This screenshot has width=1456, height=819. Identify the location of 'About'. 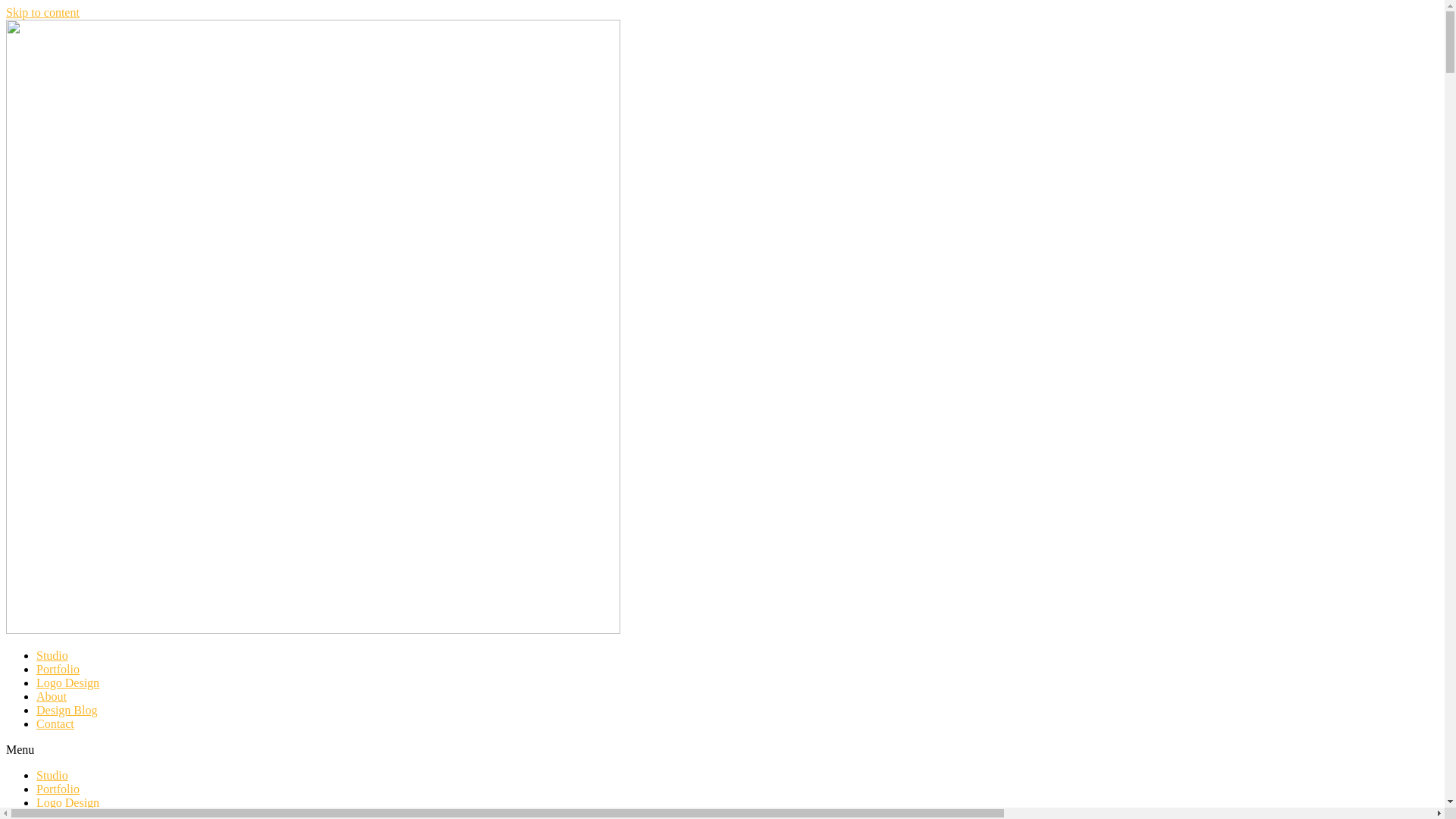
(51, 696).